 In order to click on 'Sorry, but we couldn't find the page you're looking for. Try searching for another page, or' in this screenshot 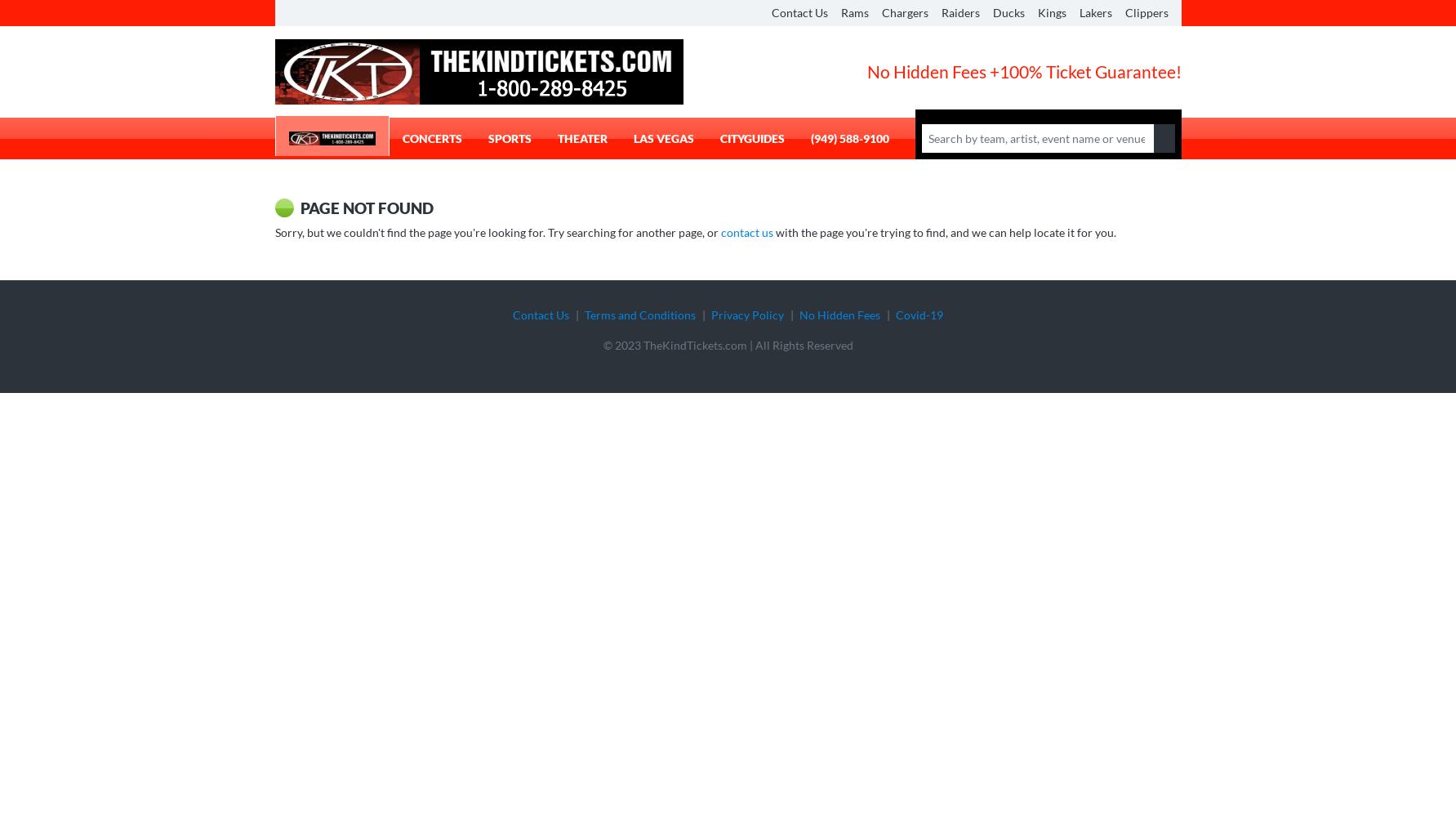, I will do `click(497, 231)`.